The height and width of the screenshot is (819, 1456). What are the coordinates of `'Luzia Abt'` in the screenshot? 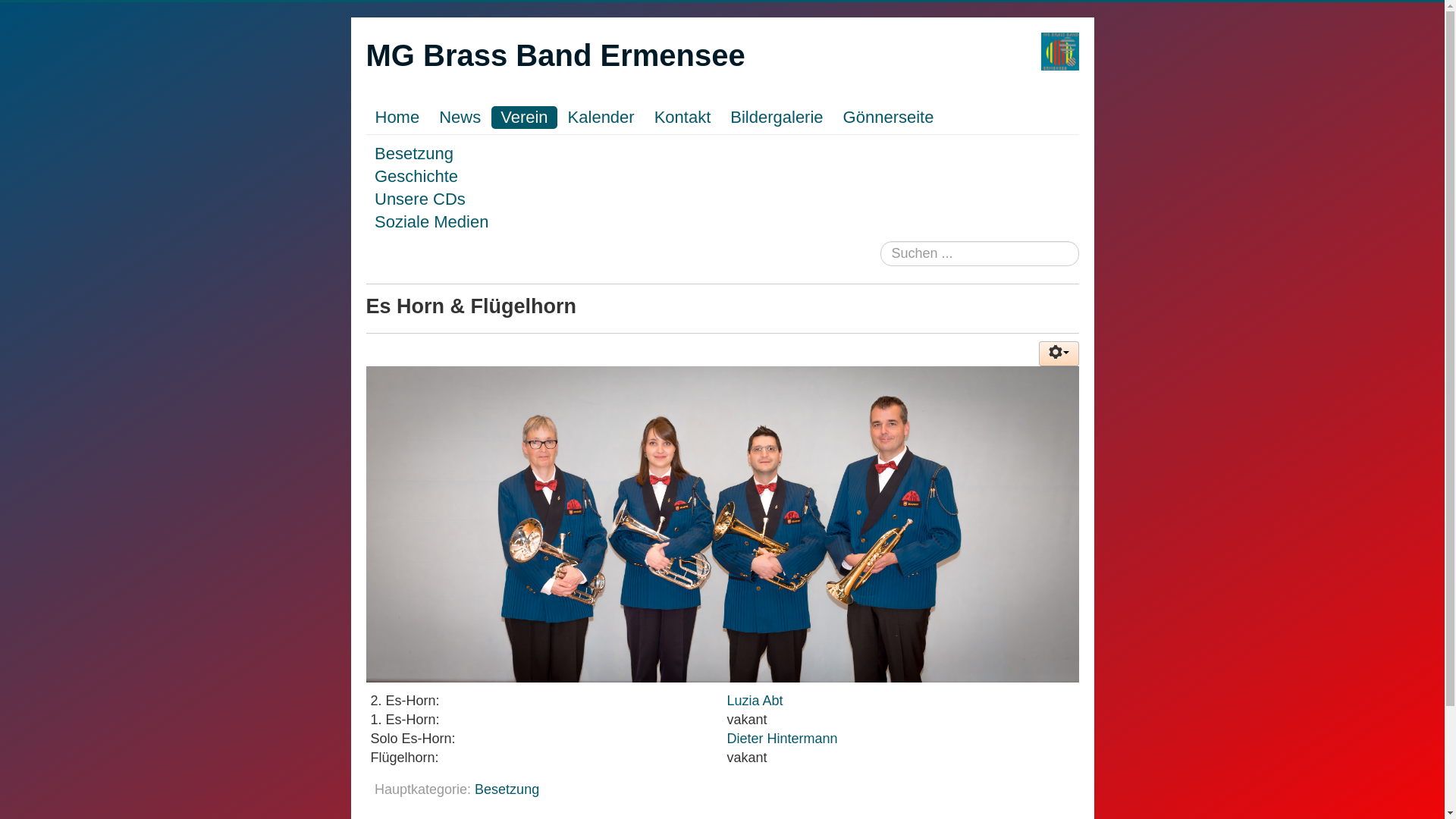 It's located at (755, 701).